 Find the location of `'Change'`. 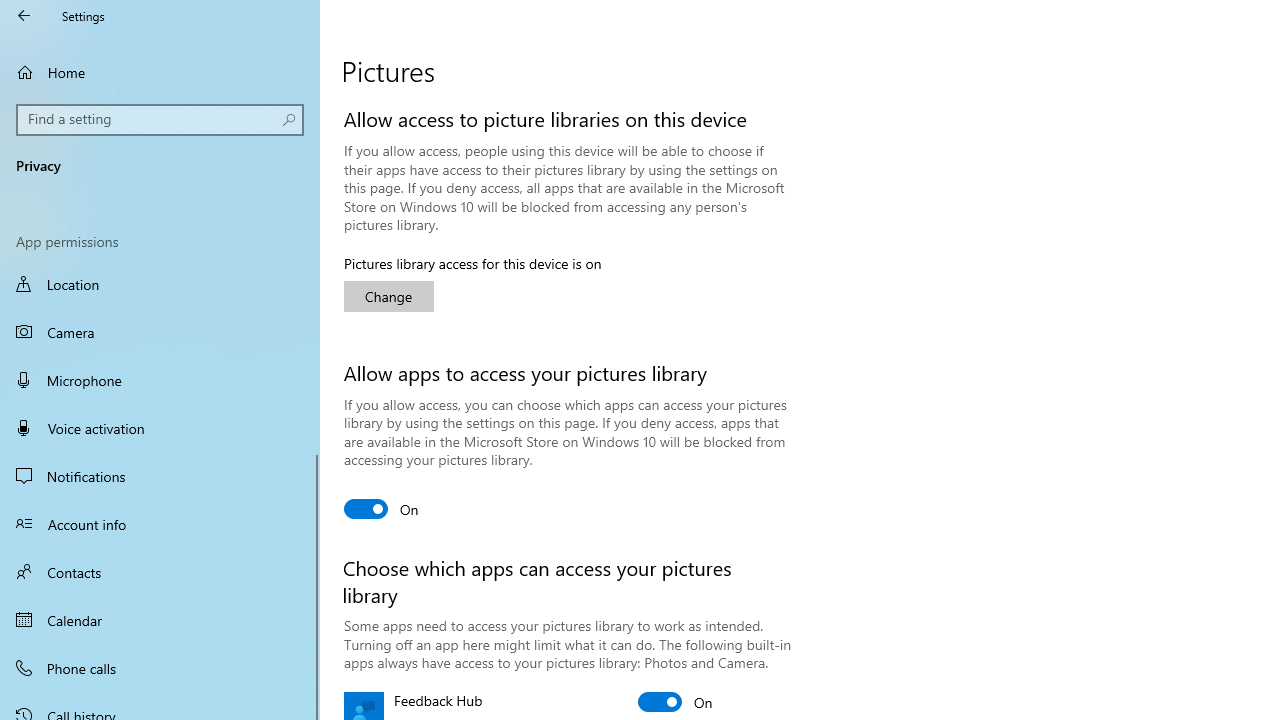

'Change' is located at coordinates (389, 296).